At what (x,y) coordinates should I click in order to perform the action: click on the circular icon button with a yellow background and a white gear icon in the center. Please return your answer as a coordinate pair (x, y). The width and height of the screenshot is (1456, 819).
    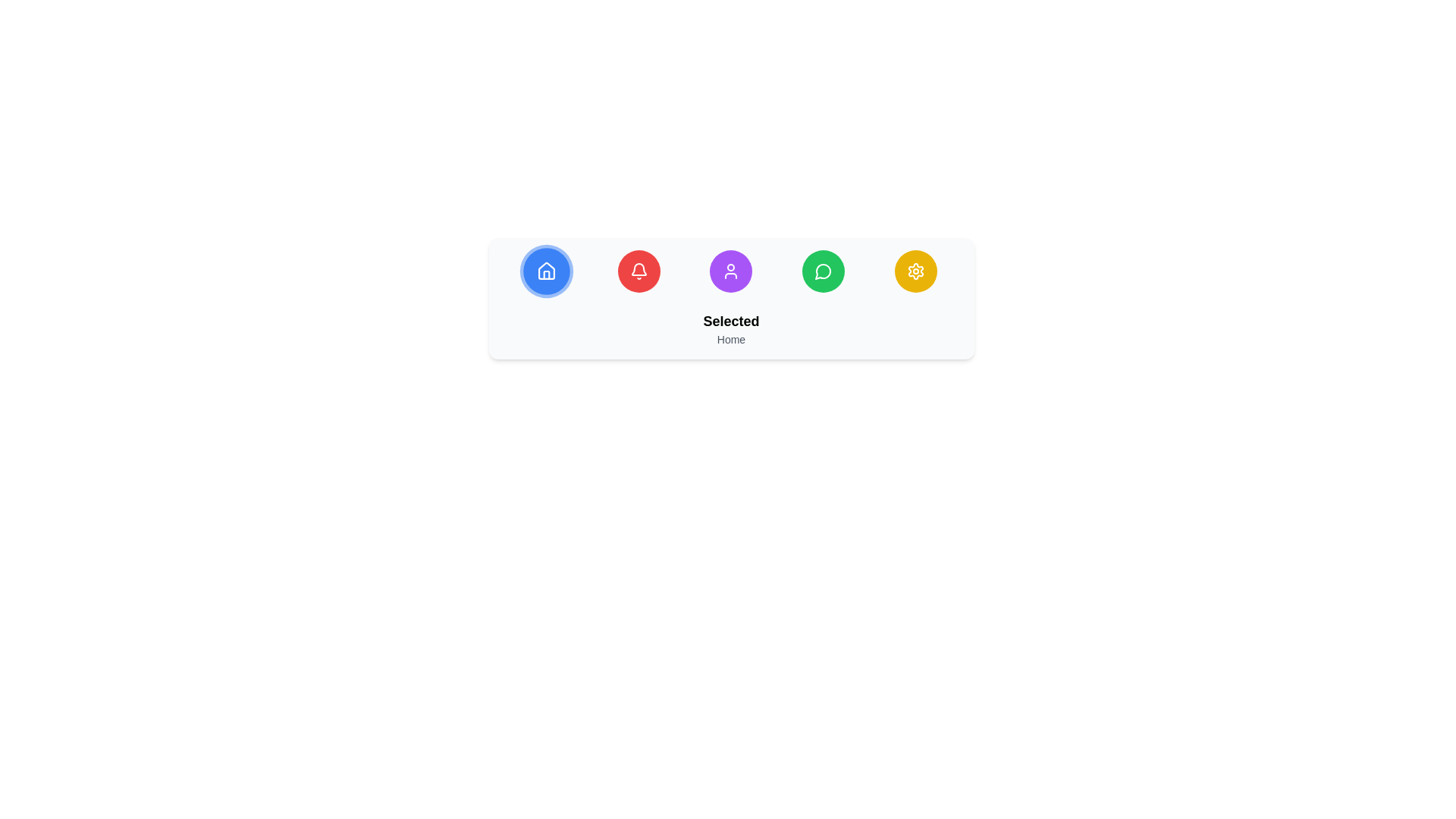
    Looking at the image, I should click on (915, 271).